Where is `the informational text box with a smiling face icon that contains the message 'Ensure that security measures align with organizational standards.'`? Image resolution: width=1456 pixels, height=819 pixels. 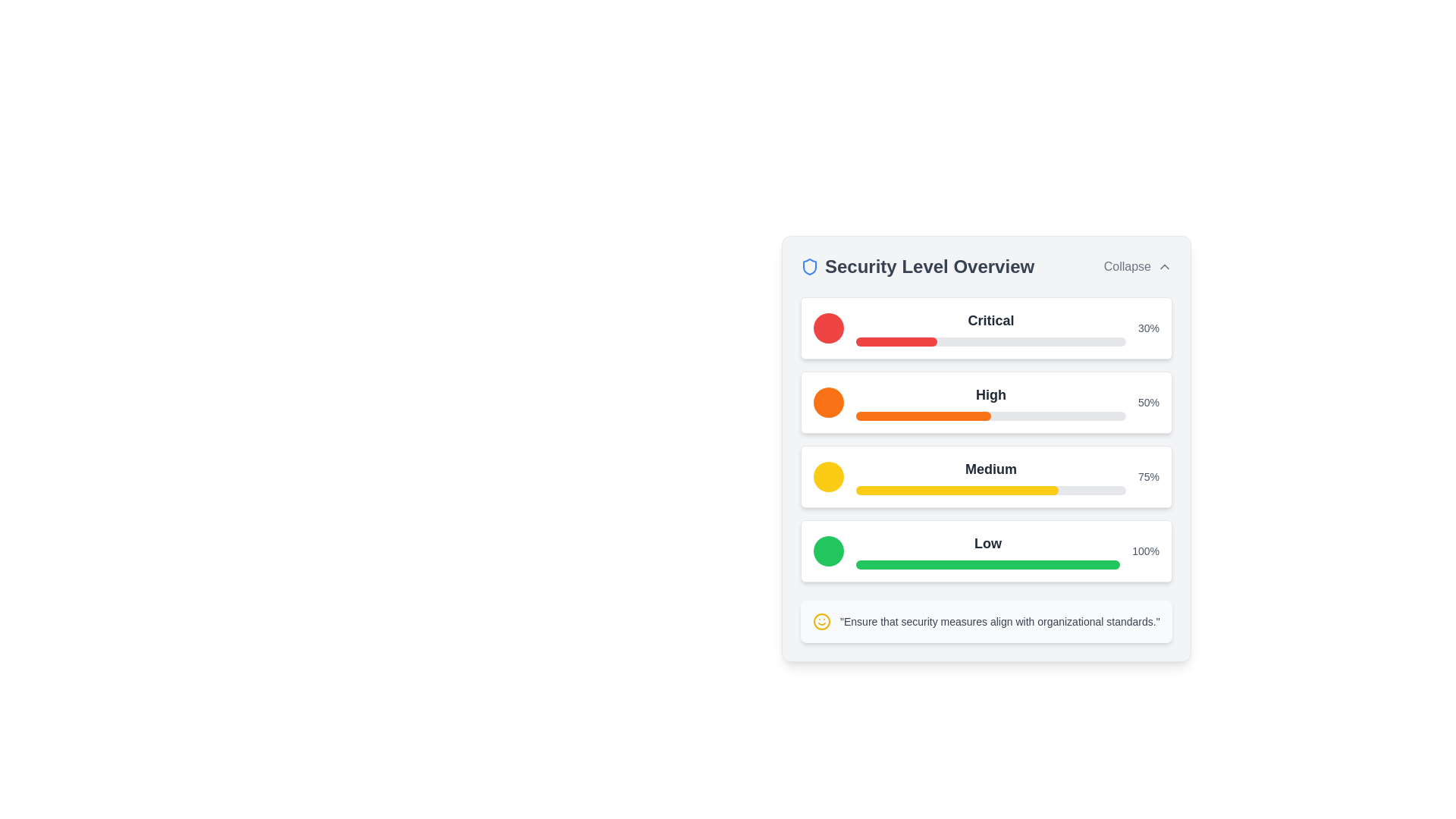 the informational text box with a smiling face icon that contains the message 'Ensure that security measures align with organizational standards.' is located at coordinates (986, 622).